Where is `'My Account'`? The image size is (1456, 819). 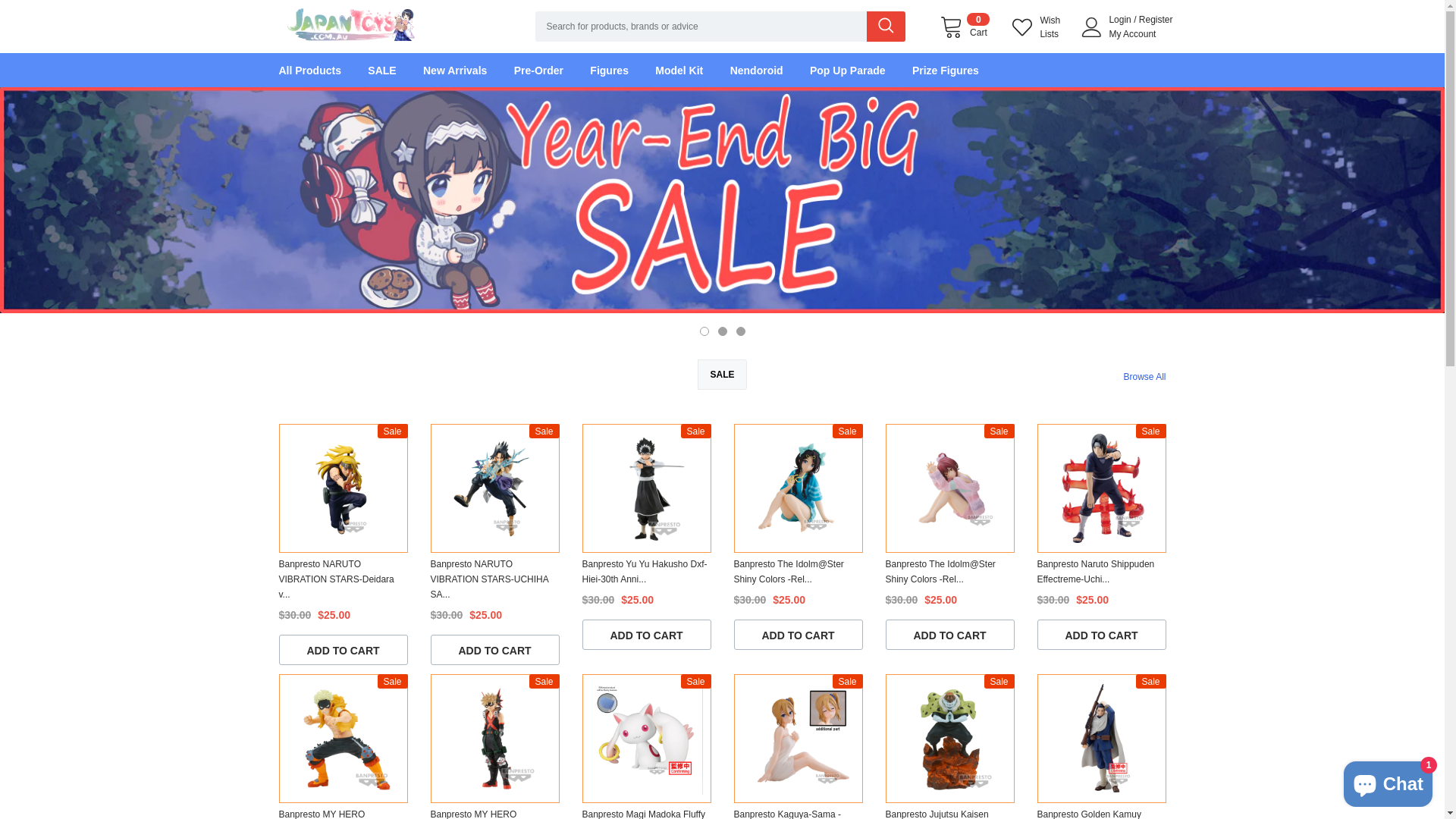
'My Account' is located at coordinates (1131, 34).